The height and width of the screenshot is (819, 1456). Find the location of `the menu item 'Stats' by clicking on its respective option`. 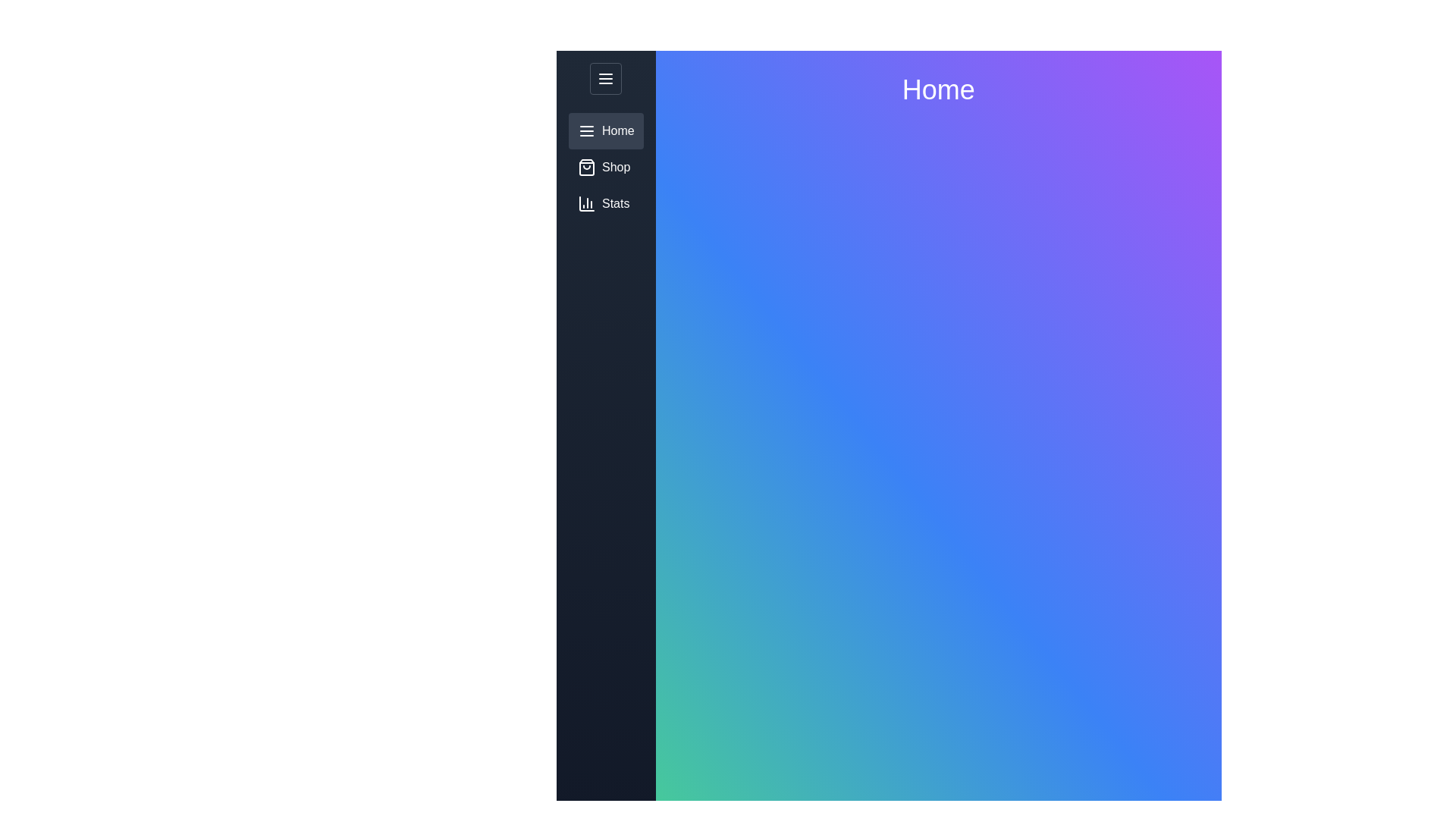

the menu item 'Stats' by clicking on its respective option is located at coordinates (604, 203).